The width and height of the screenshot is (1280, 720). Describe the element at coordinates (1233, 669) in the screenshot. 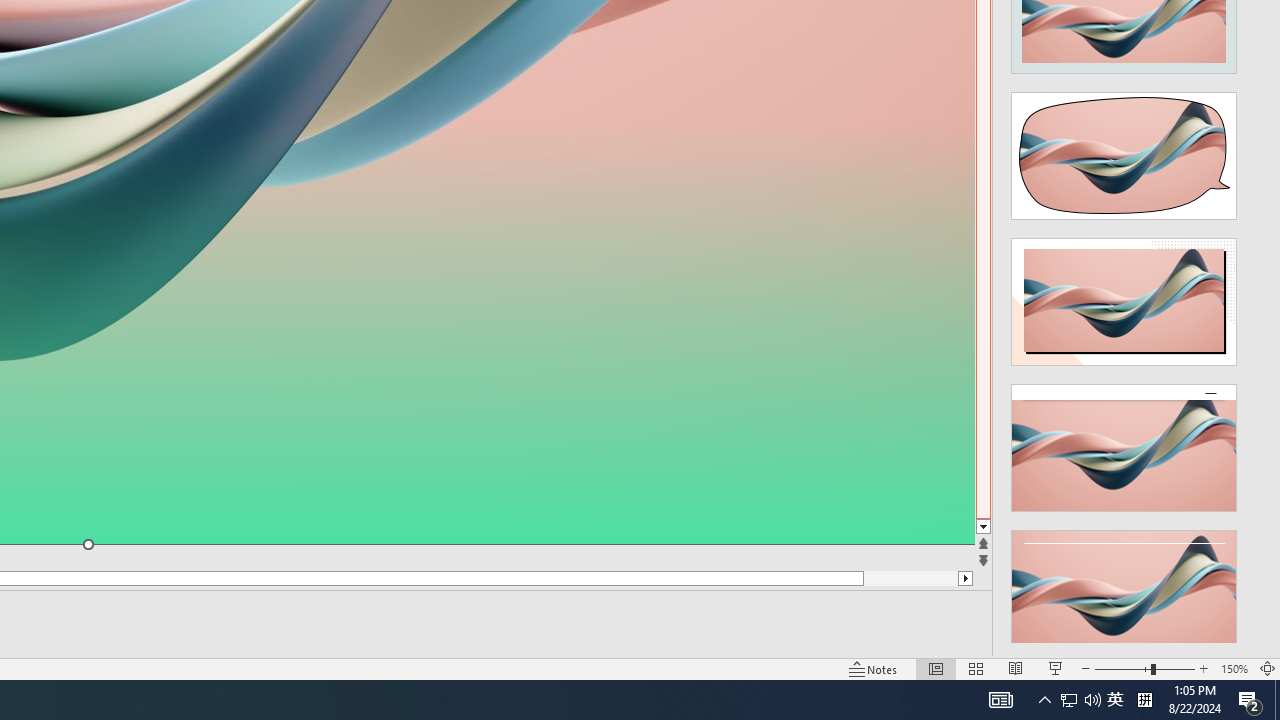

I see `'Zoom 150%'` at that location.